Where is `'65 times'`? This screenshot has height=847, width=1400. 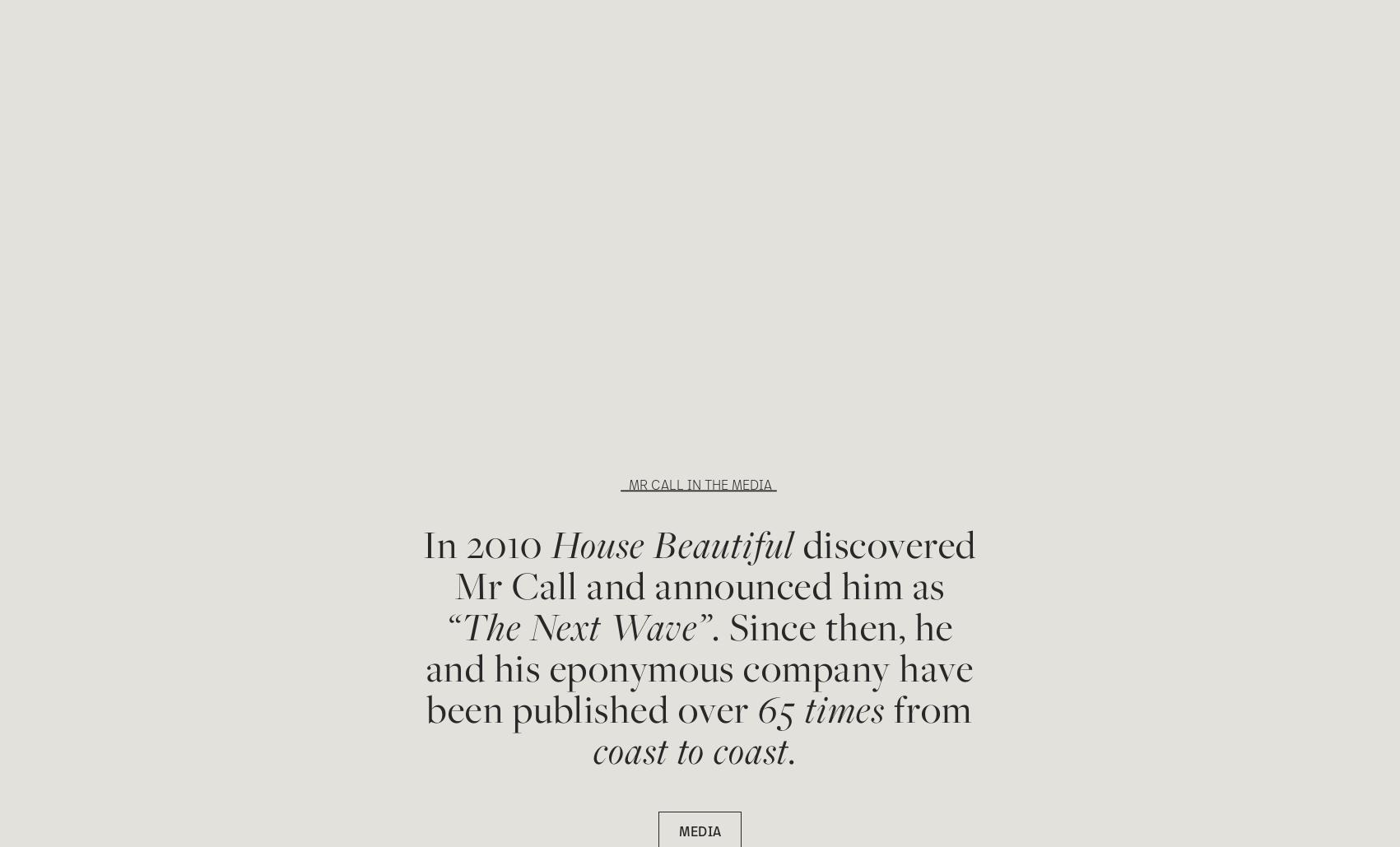
'65 times' is located at coordinates (821, 707).